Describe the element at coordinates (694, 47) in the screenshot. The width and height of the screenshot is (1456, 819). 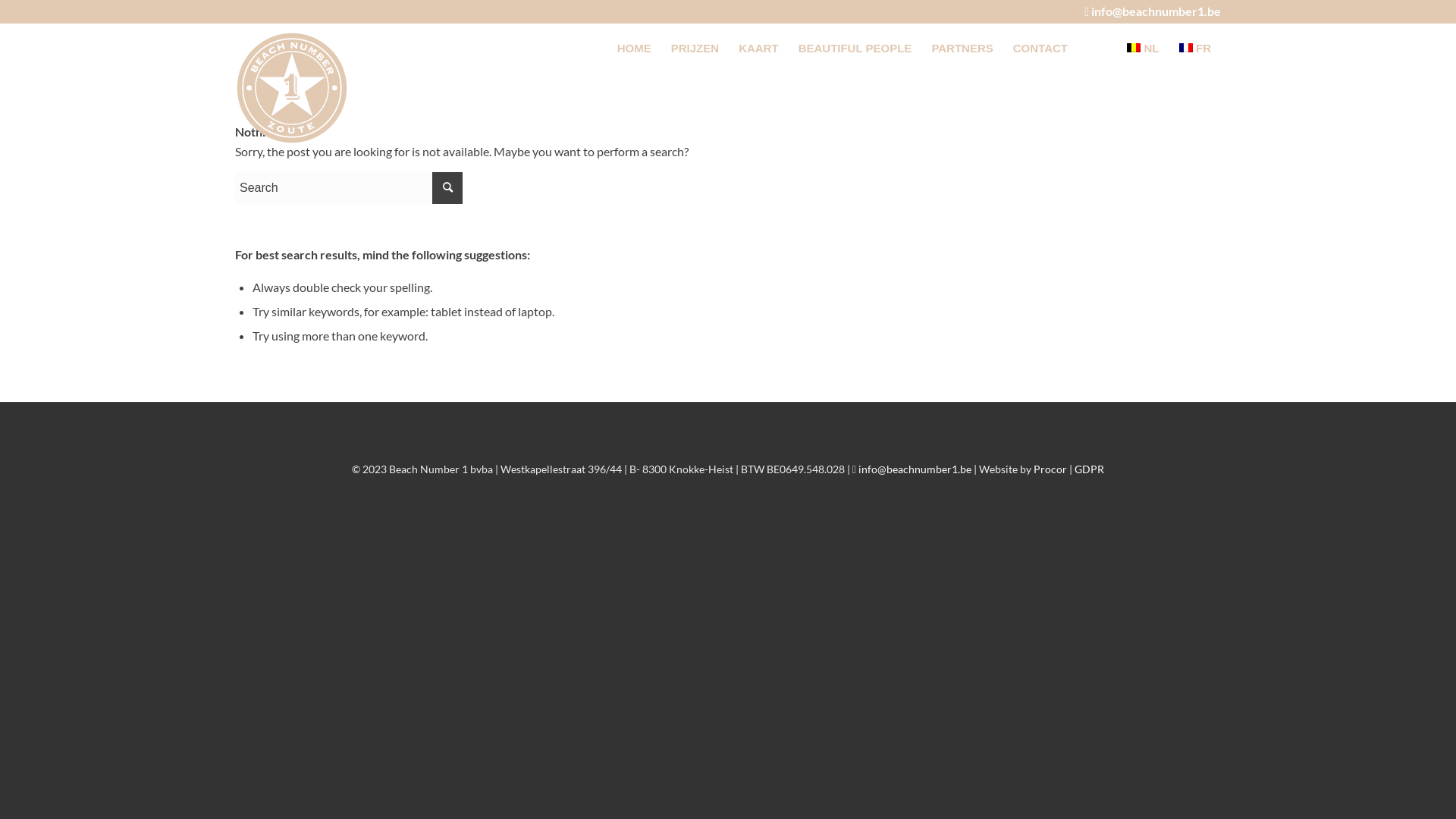
I see `'PRIJZEN'` at that location.